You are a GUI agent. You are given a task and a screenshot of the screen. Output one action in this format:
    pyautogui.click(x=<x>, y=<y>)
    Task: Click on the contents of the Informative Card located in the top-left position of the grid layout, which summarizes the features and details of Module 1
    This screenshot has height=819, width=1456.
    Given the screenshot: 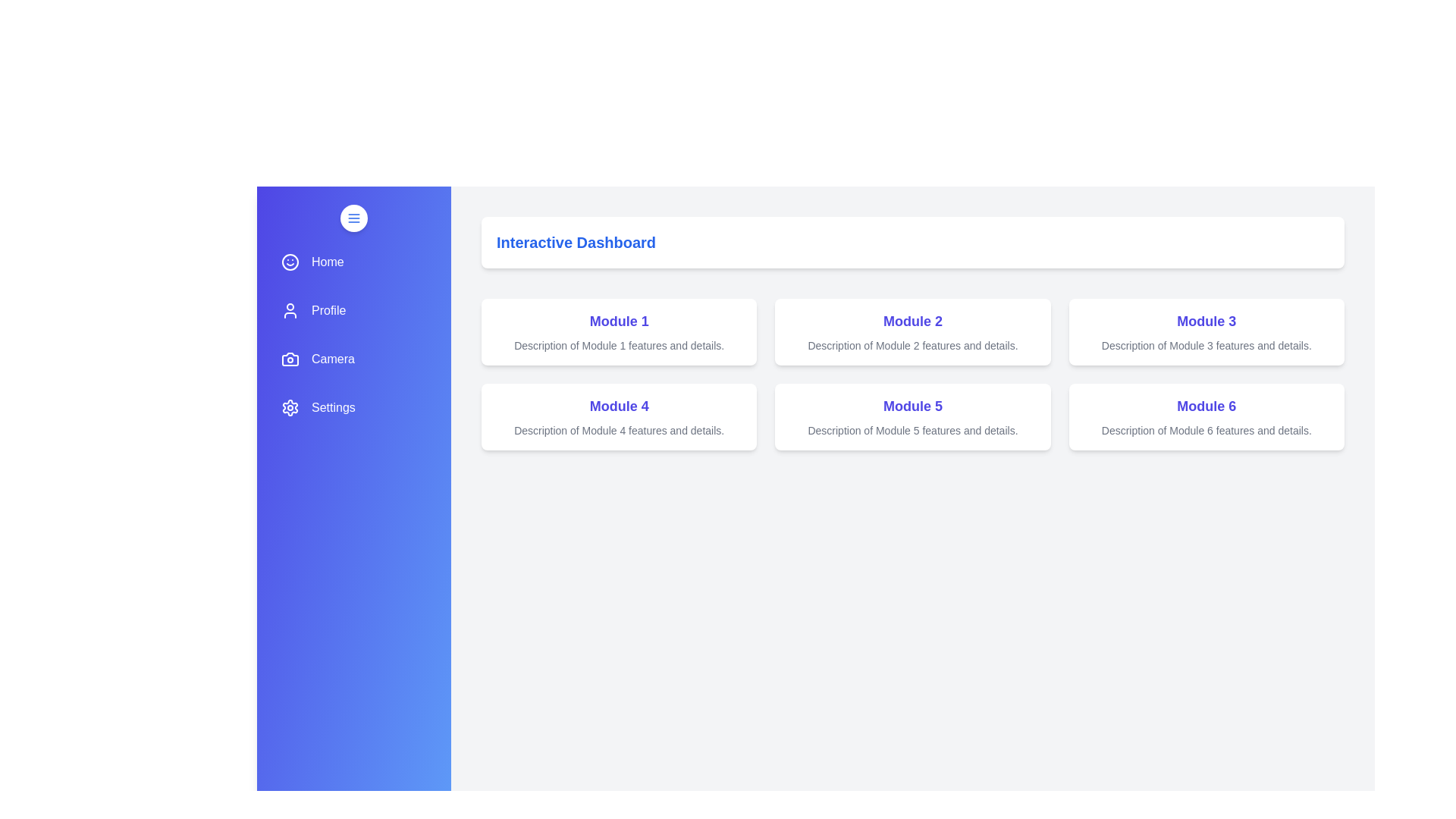 What is the action you would take?
    pyautogui.click(x=619, y=331)
    